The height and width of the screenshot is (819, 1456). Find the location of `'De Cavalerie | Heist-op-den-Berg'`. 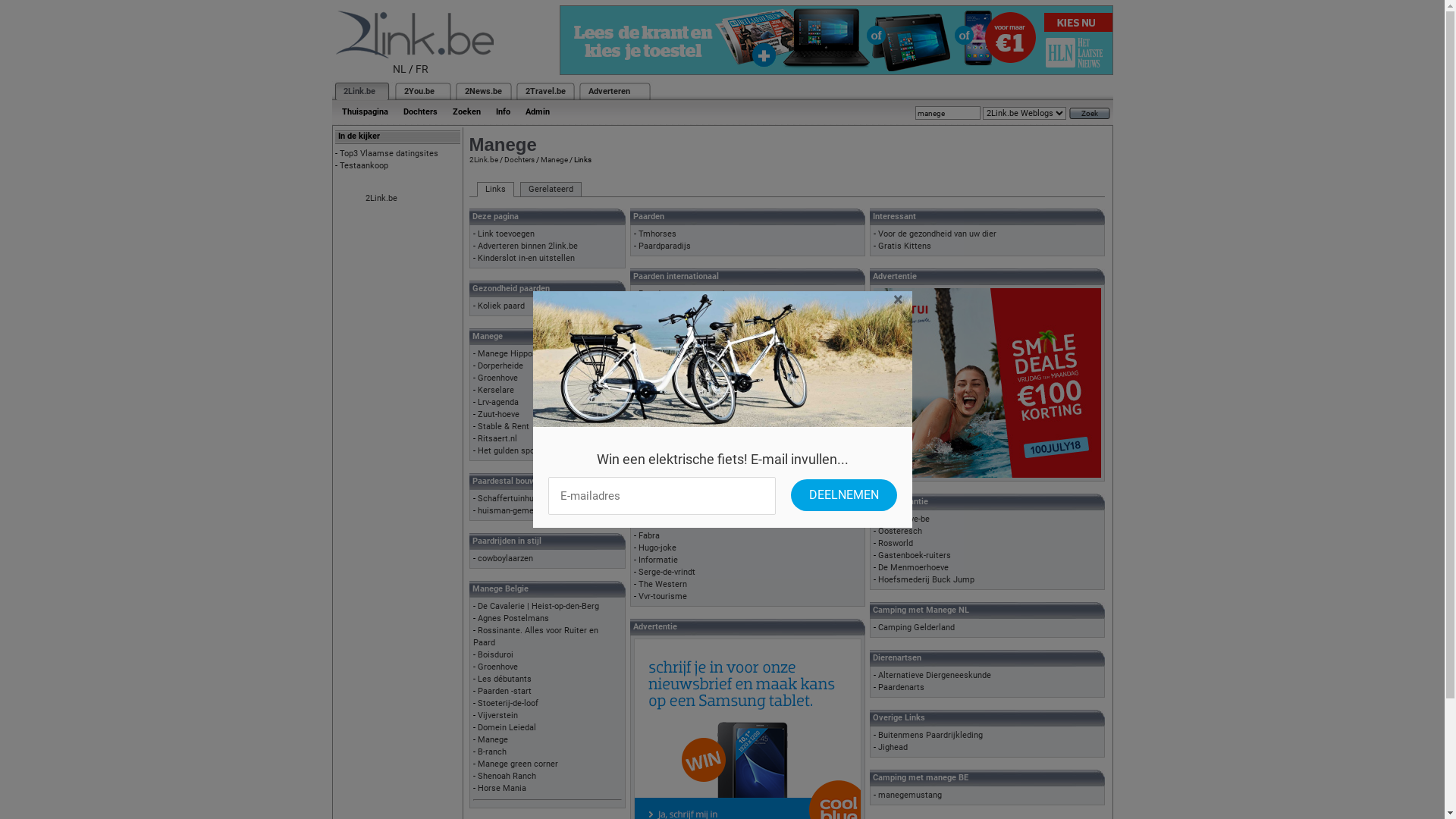

'De Cavalerie | Heist-op-den-Berg' is located at coordinates (538, 605).